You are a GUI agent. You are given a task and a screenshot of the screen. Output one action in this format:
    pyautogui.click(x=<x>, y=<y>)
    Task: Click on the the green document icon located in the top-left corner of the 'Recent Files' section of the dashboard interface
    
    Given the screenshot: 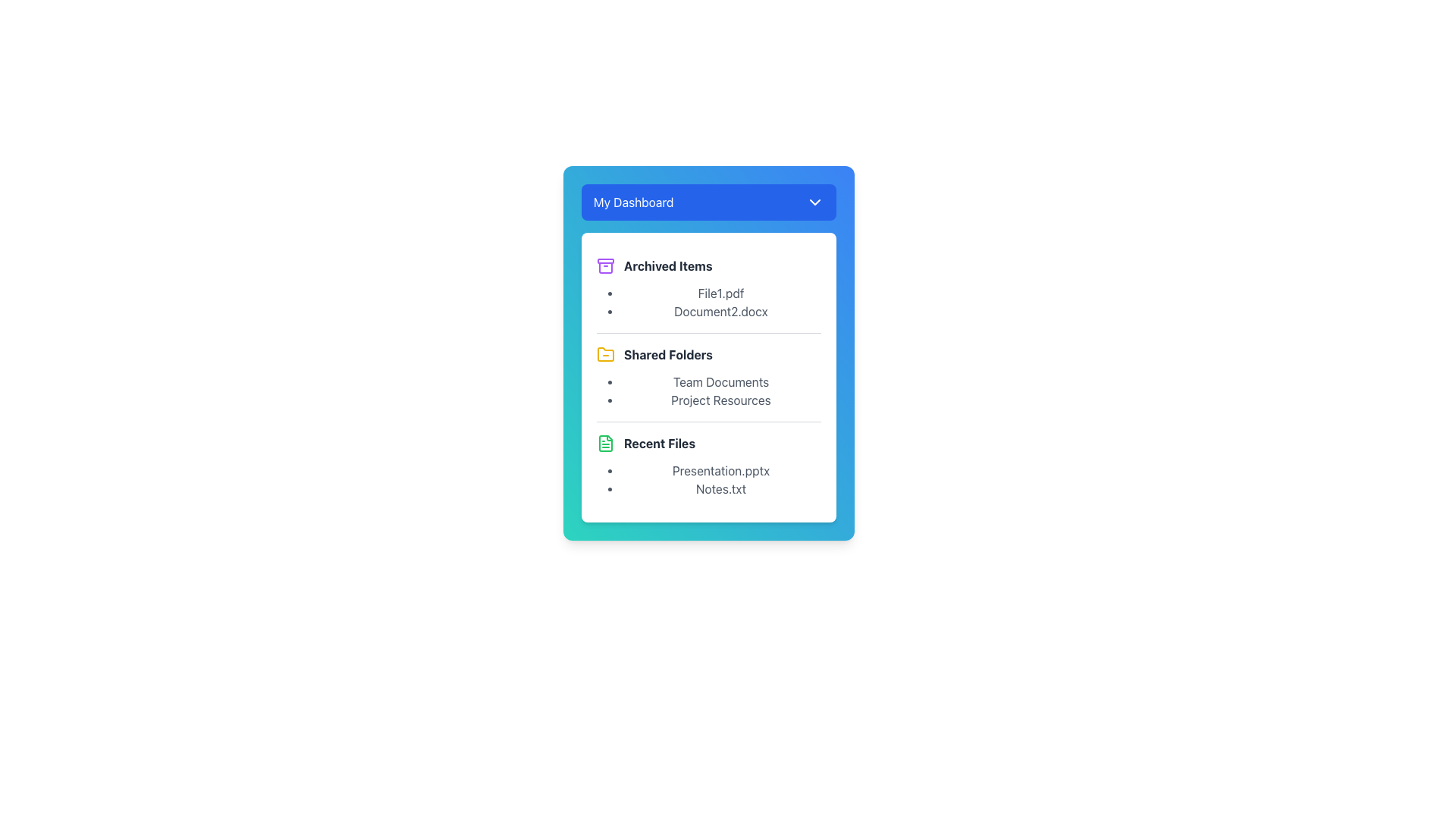 What is the action you would take?
    pyautogui.click(x=604, y=444)
    